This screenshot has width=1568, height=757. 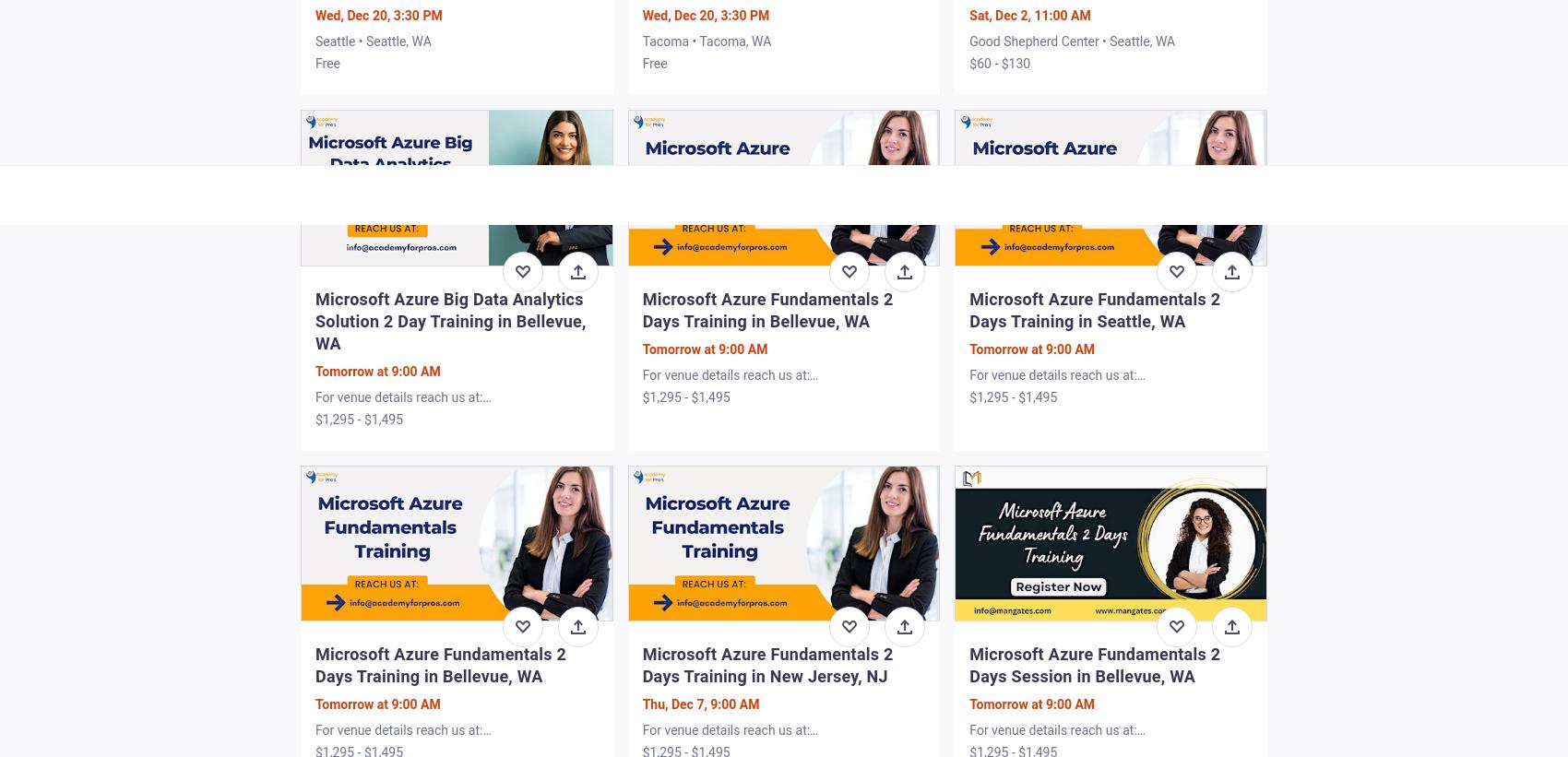 What do you see at coordinates (1093, 309) in the screenshot?
I see `'Microsoft Azure Fundamentals 2 Days Training in Seattle, WA'` at bounding box center [1093, 309].